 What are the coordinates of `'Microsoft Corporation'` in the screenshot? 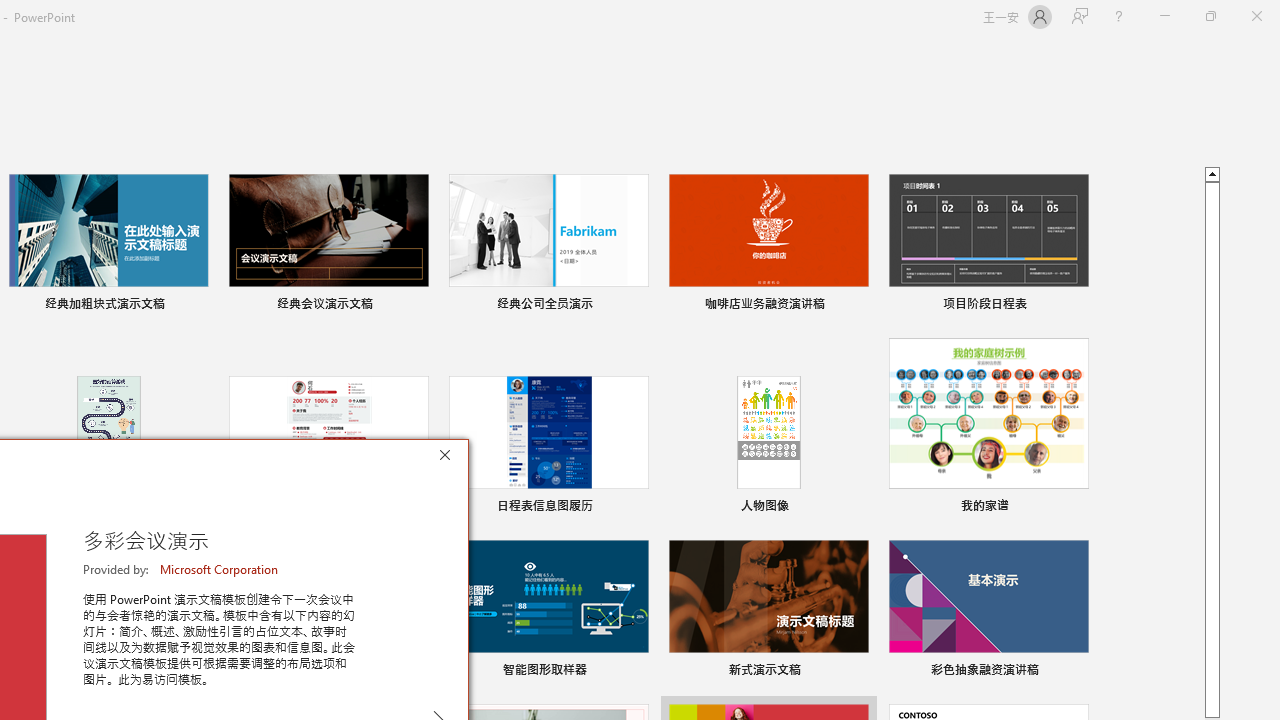 It's located at (220, 569).